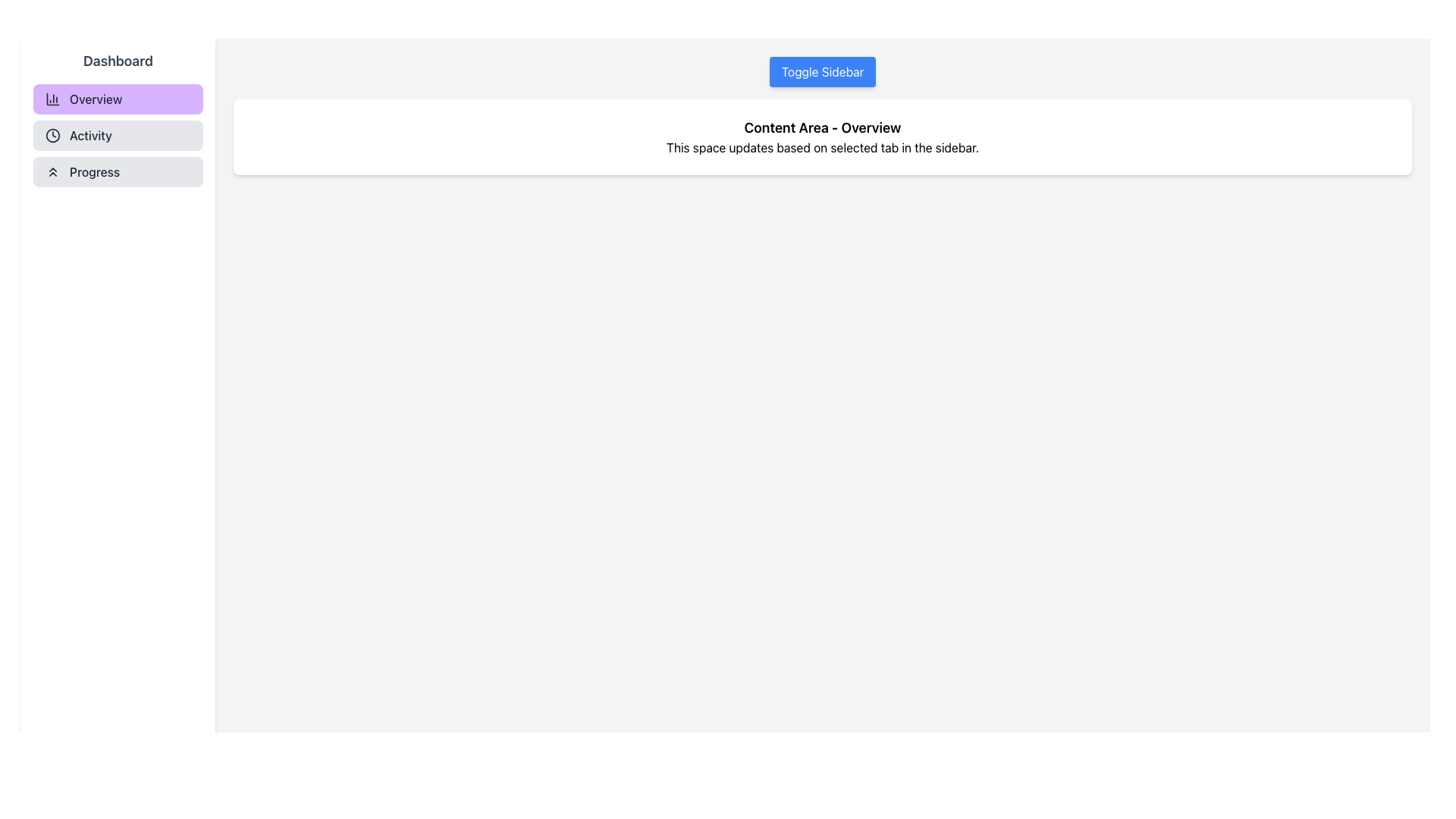  I want to click on the 'Progress' text label in the sidebar navigation, which is the third option under the 'Dashboard' heading, positioned to the right of an upward double-arrow icon, so click(93, 171).